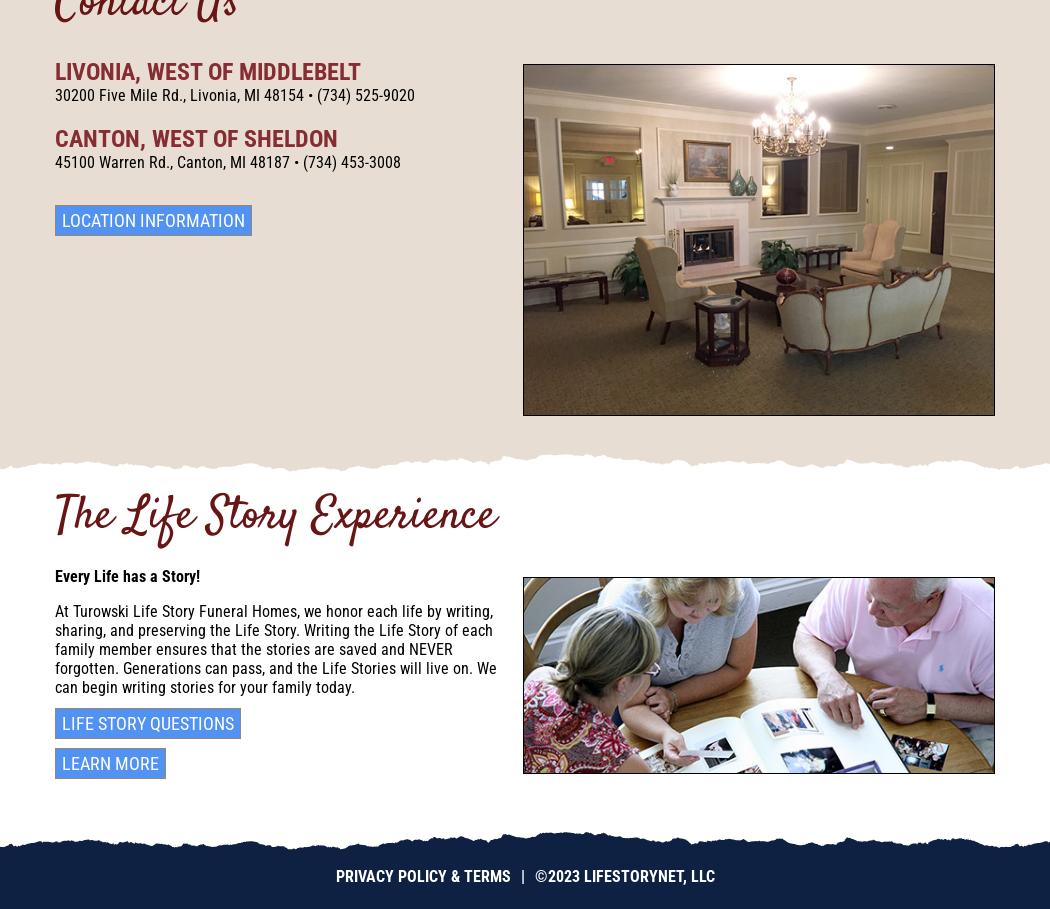 This screenshot has height=909, width=1050. What do you see at coordinates (207, 70) in the screenshot?
I see `'Livonia, West of Middlebelt'` at bounding box center [207, 70].